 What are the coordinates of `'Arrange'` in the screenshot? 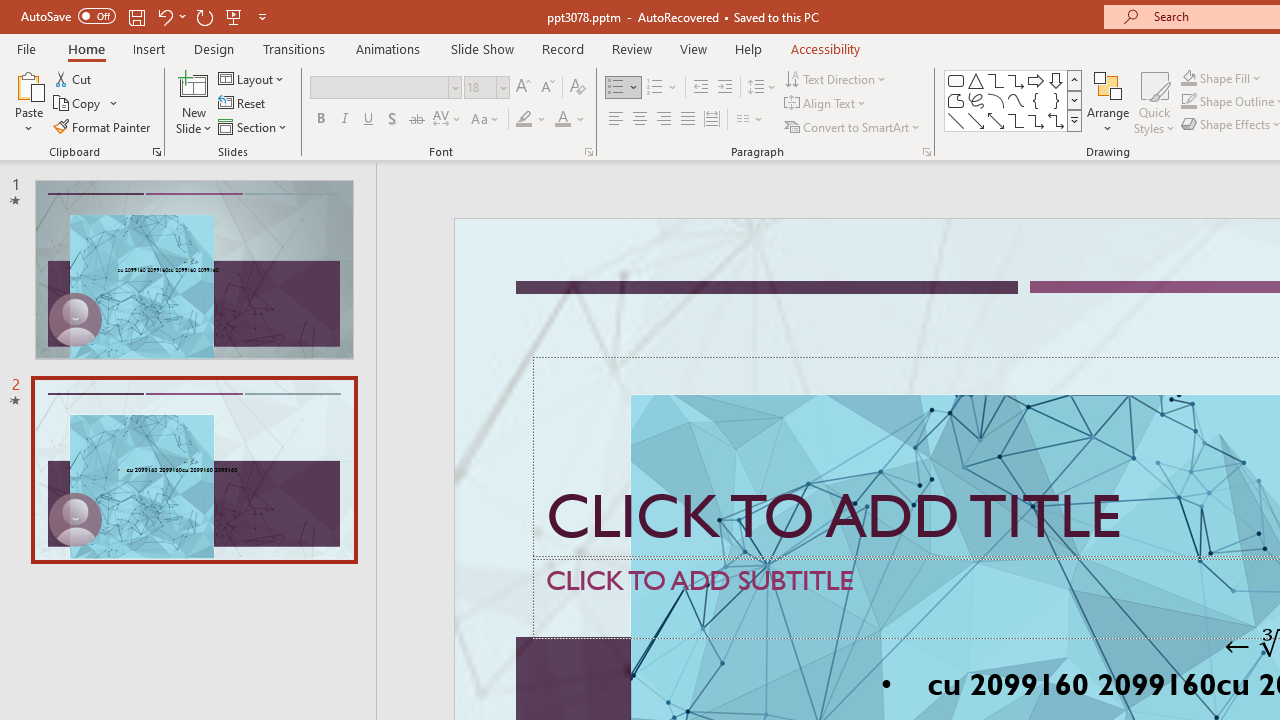 It's located at (1107, 103).